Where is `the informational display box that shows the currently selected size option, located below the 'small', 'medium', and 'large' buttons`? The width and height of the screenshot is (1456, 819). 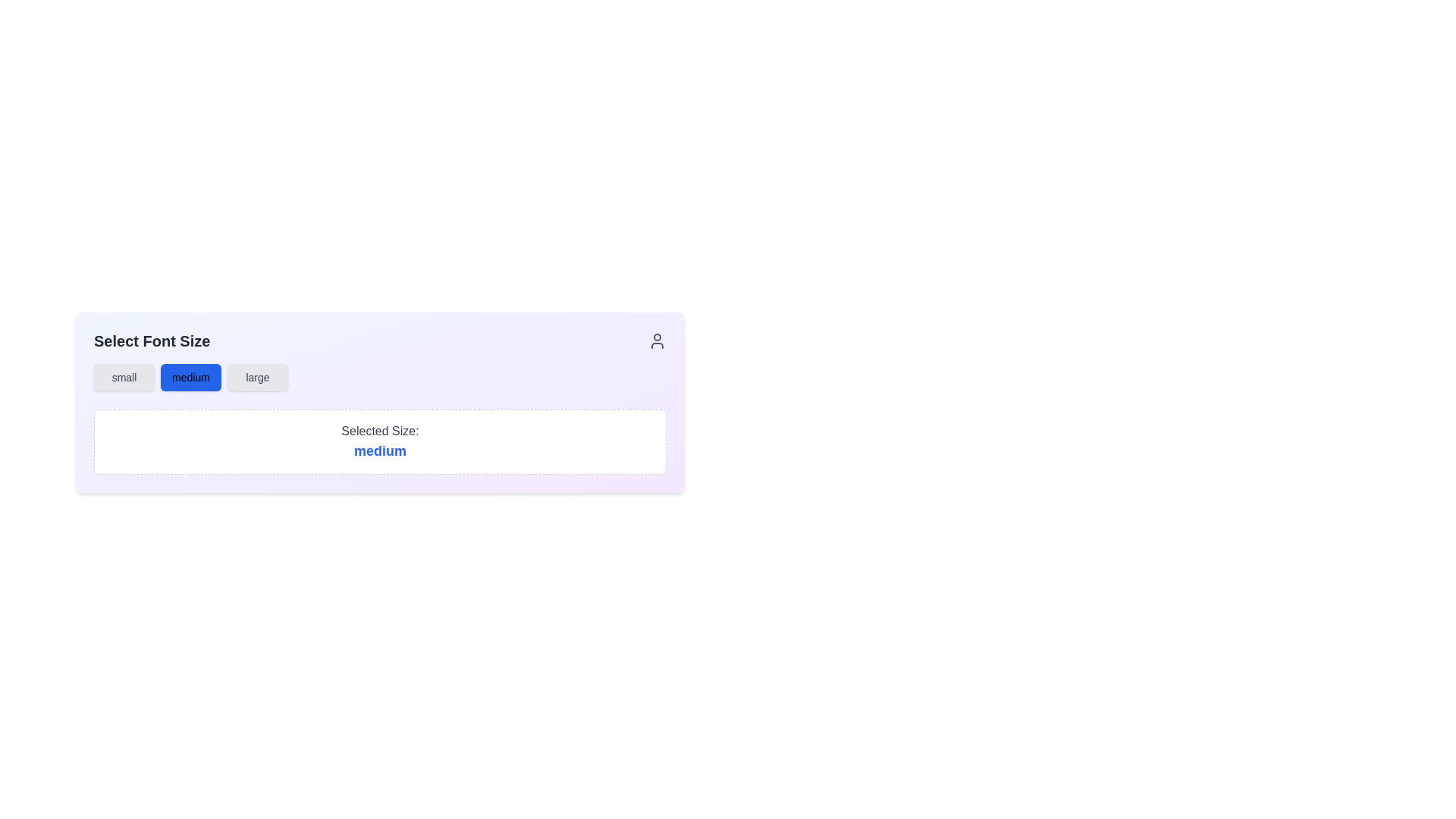
the informational display box that shows the currently selected size option, located below the 'small', 'medium', and 'large' buttons is located at coordinates (380, 441).